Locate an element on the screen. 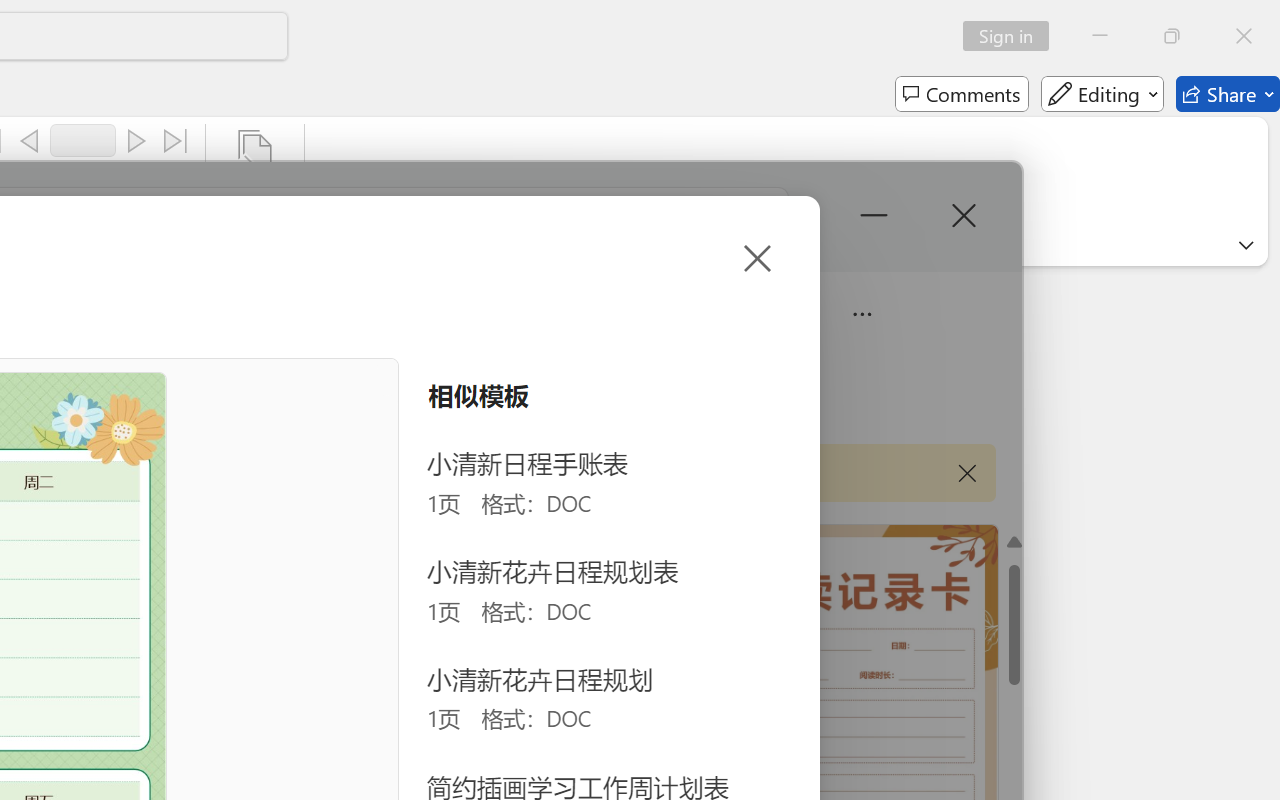 Image resolution: width=1280 pixels, height=800 pixels. 'Editing' is located at coordinates (1101, 94).